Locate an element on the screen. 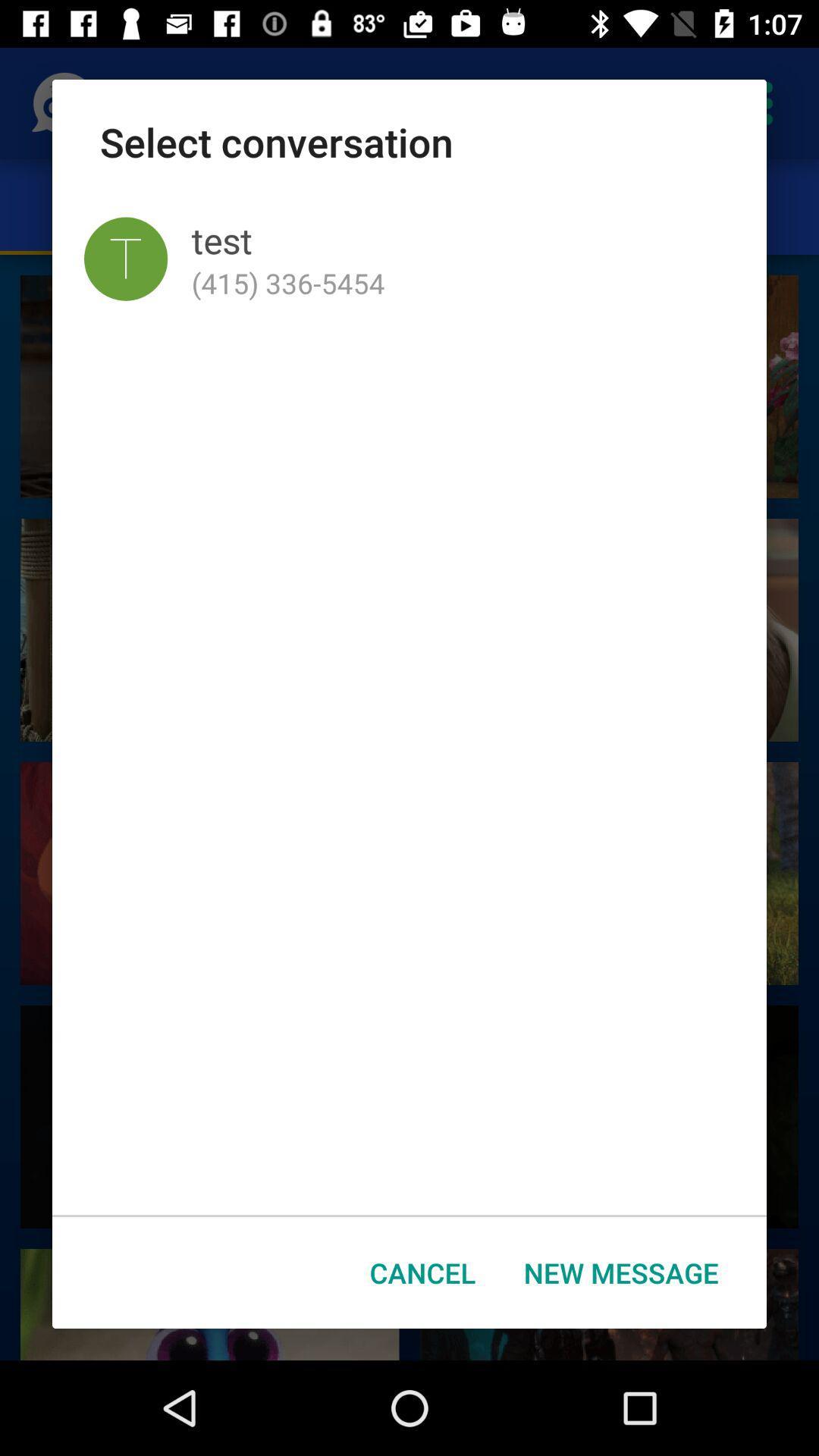 The image size is (819, 1456). the button next to the cancel item is located at coordinates (621, 1272).